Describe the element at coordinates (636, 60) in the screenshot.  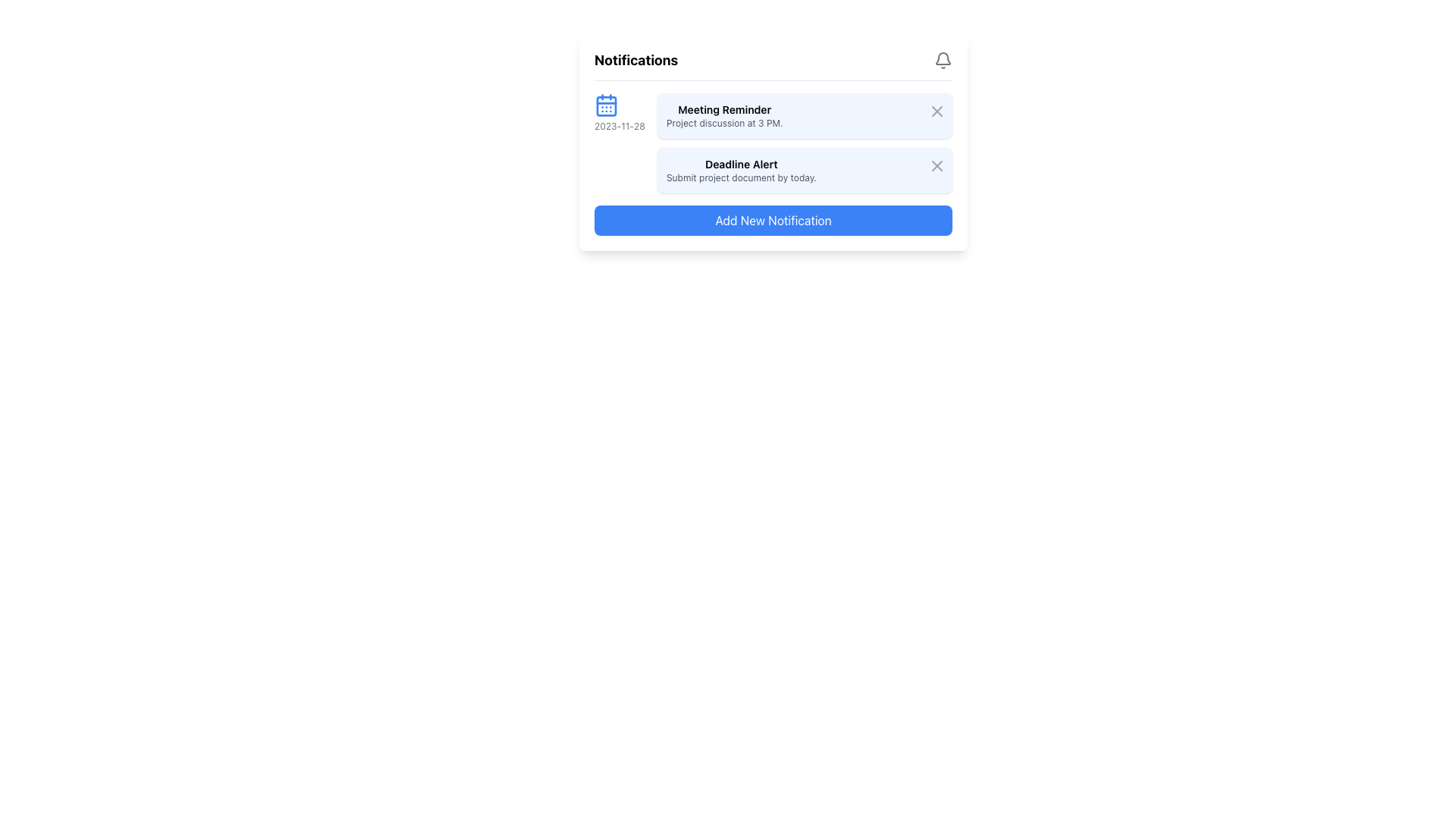
I see `the text label that serves as the title of the notification panel, located on the left side of the panel header next to the bell icon` at that location.